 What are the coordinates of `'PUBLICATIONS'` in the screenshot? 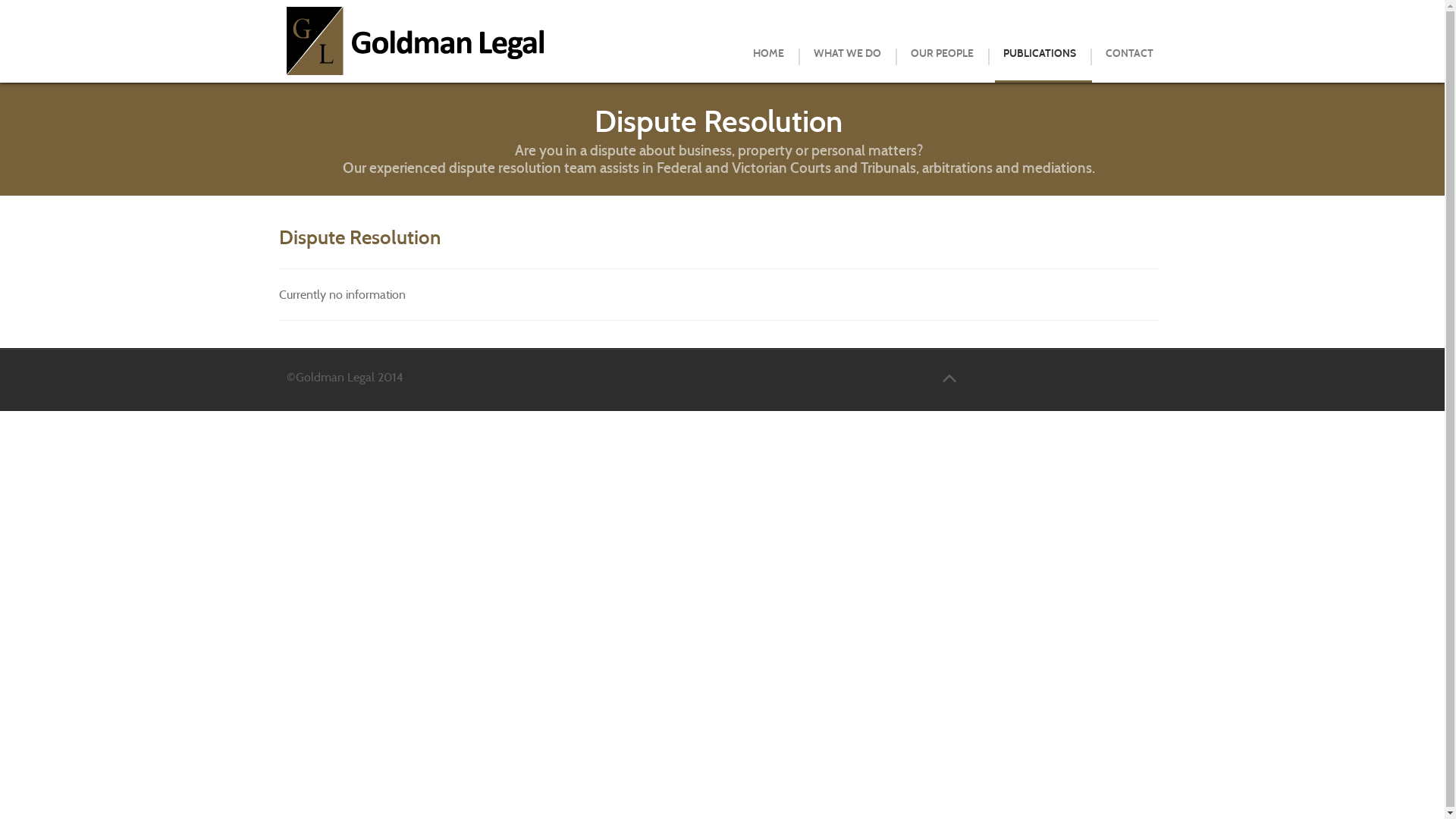 It's located at (1037, 52).